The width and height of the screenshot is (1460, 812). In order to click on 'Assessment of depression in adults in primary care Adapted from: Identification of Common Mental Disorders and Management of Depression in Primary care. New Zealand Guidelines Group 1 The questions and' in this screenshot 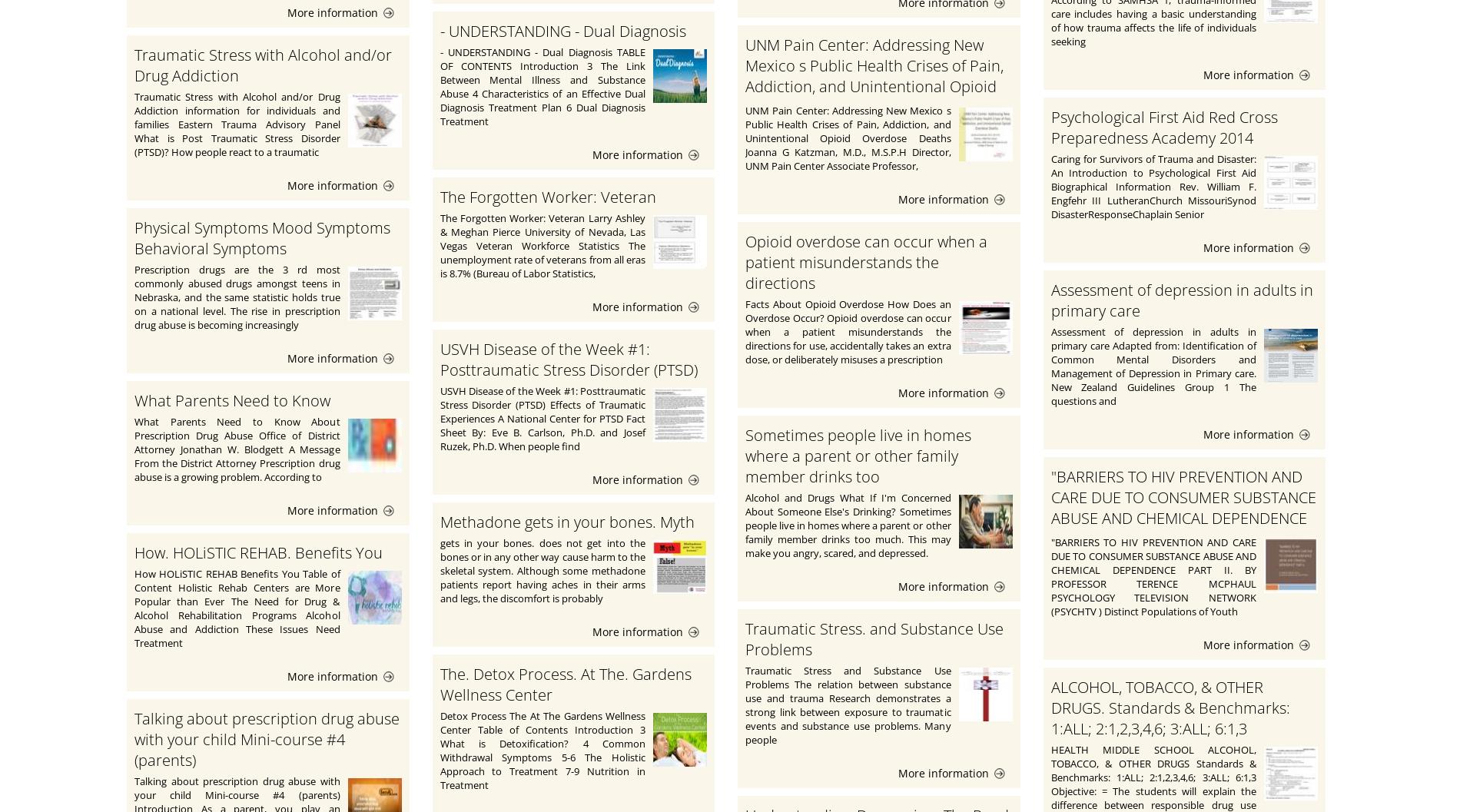, I will do `click(1153, 365)`.